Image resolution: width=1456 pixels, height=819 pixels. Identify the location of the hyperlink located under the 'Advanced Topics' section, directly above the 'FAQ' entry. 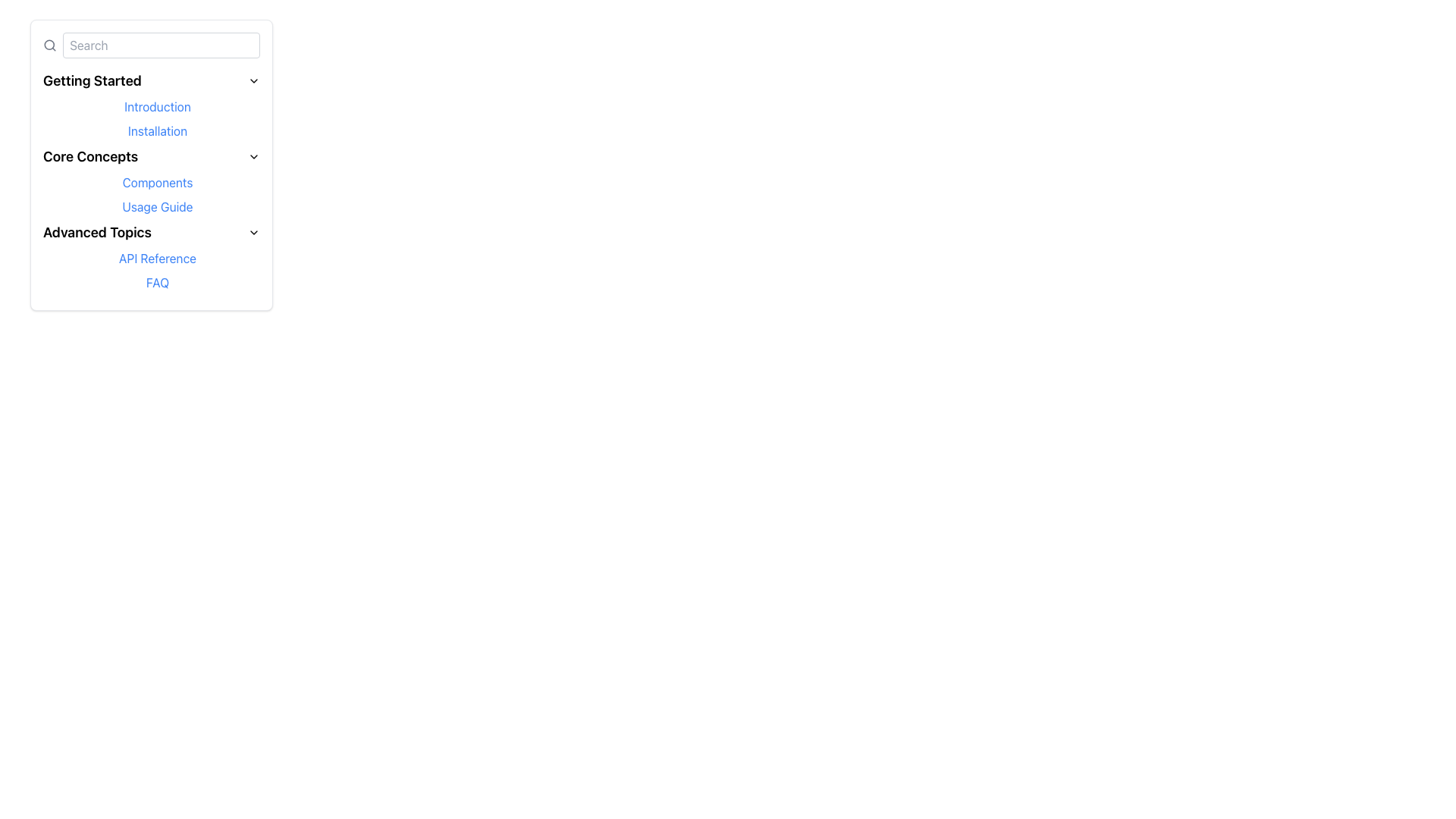
(157, 257).